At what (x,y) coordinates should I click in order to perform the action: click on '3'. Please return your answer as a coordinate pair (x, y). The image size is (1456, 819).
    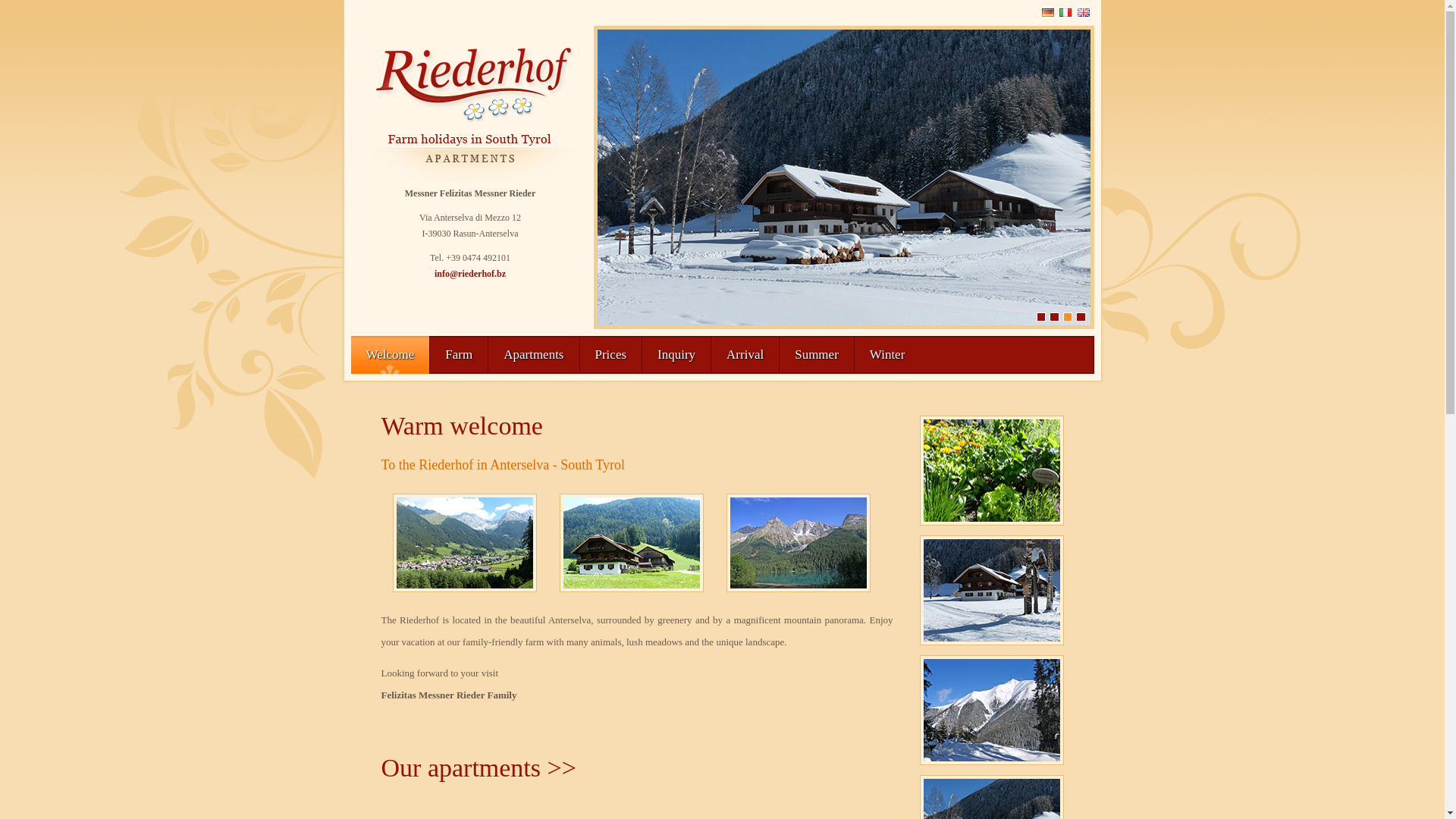
    Looking at the image, I should click on (1066, 315).